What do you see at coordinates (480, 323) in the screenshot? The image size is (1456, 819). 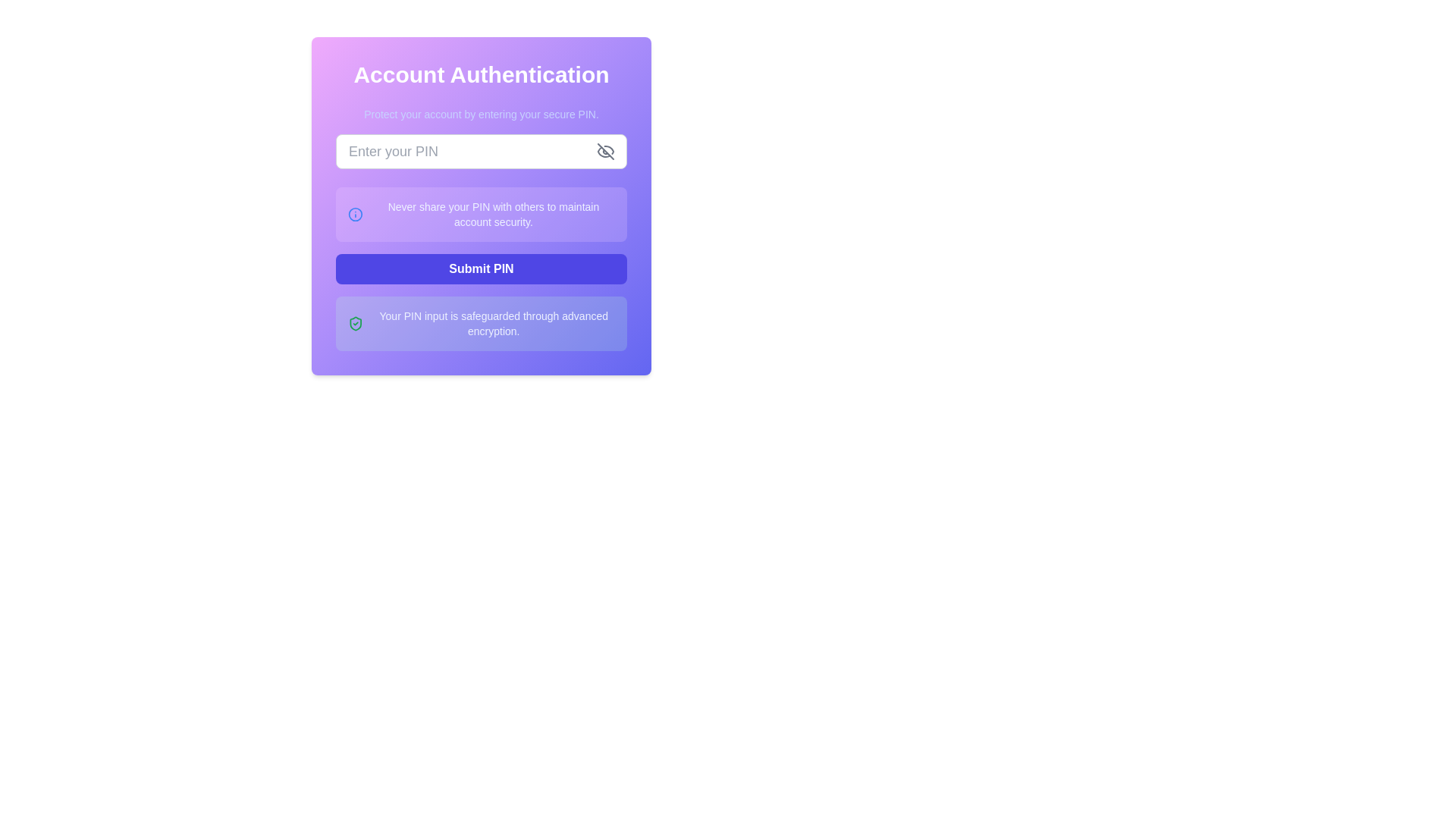 I see `the Informational box that reassures users about the security of their PIN input, located below the gradient blue 'Submit PIN' button` at bounding box center [480, 323].